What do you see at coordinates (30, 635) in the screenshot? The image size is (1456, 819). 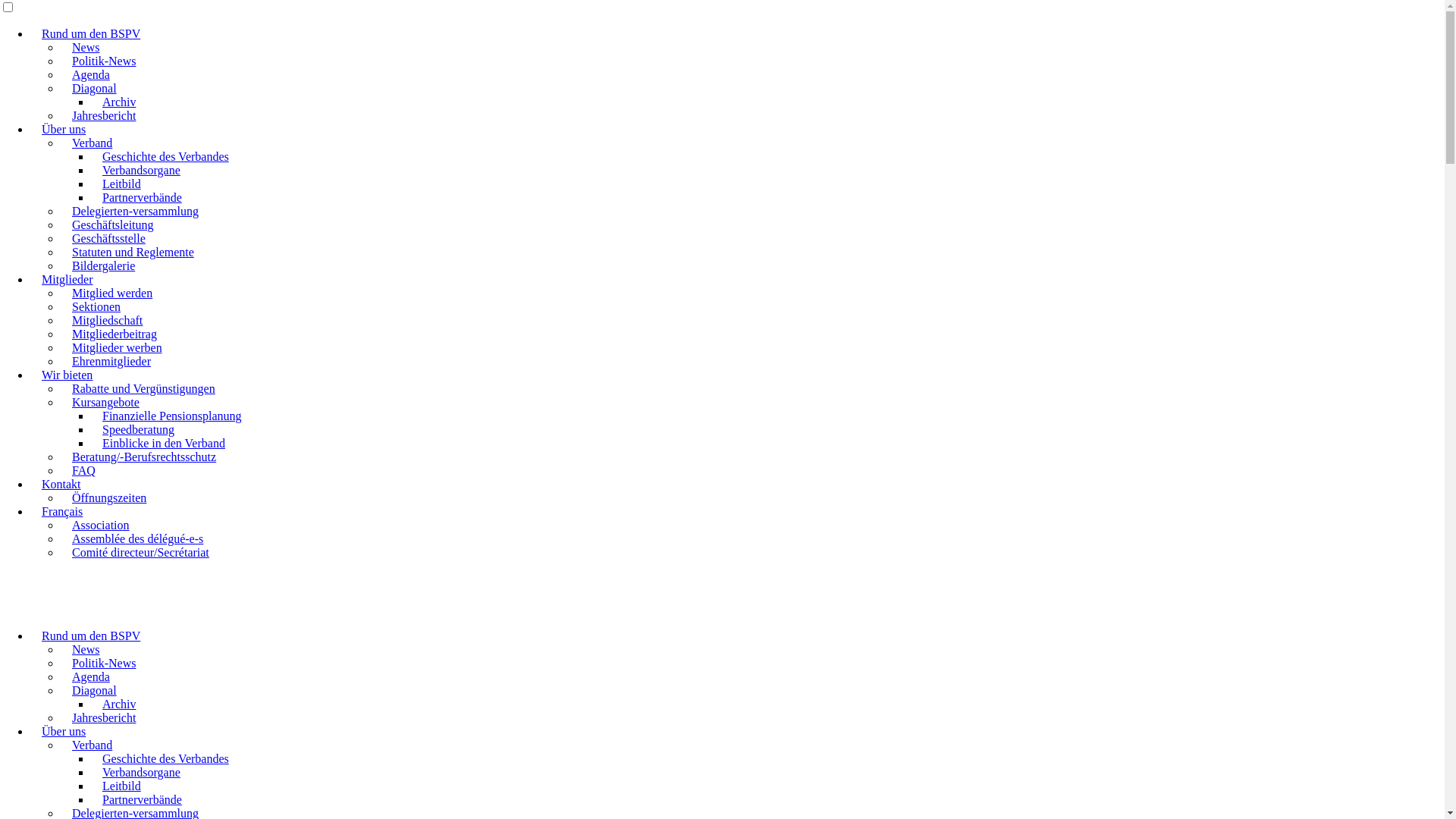 I see `'Rund um den BSPV'` at bounding box center [30, 635].